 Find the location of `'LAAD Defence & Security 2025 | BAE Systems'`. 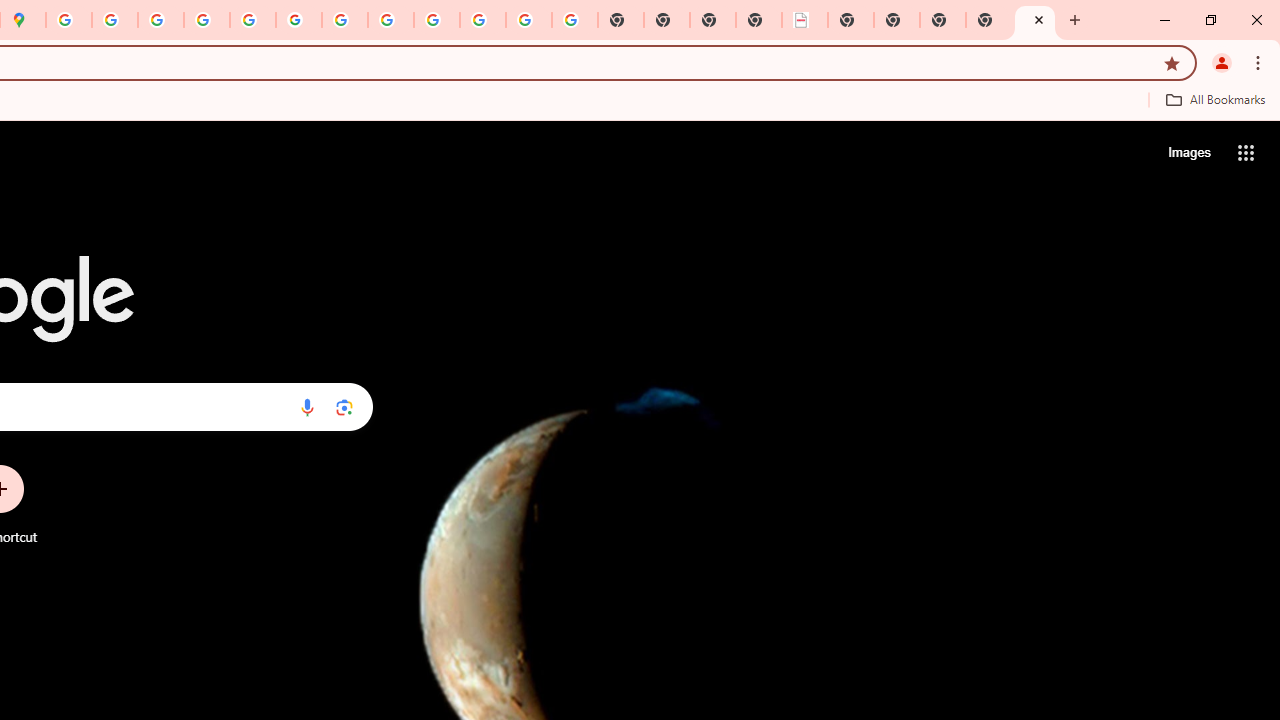

'LAAD Defence & Security 2025 | BAE Systems' is located at coordinates (805, 20).